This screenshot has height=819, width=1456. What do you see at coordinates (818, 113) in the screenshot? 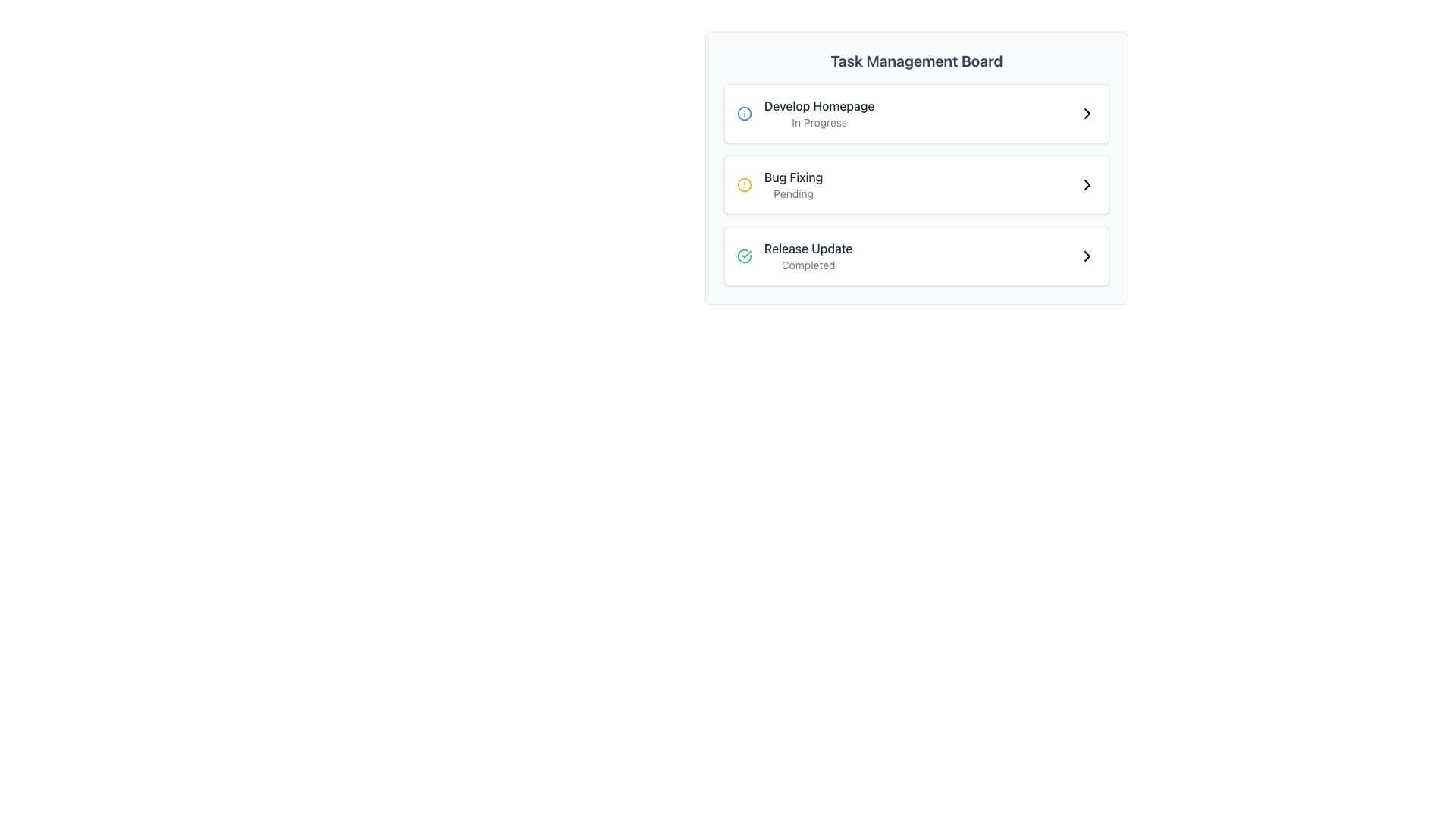
I see `the first task's title and status displayed at the top of the task management board in the task management application` at bounding box center [818, 113].